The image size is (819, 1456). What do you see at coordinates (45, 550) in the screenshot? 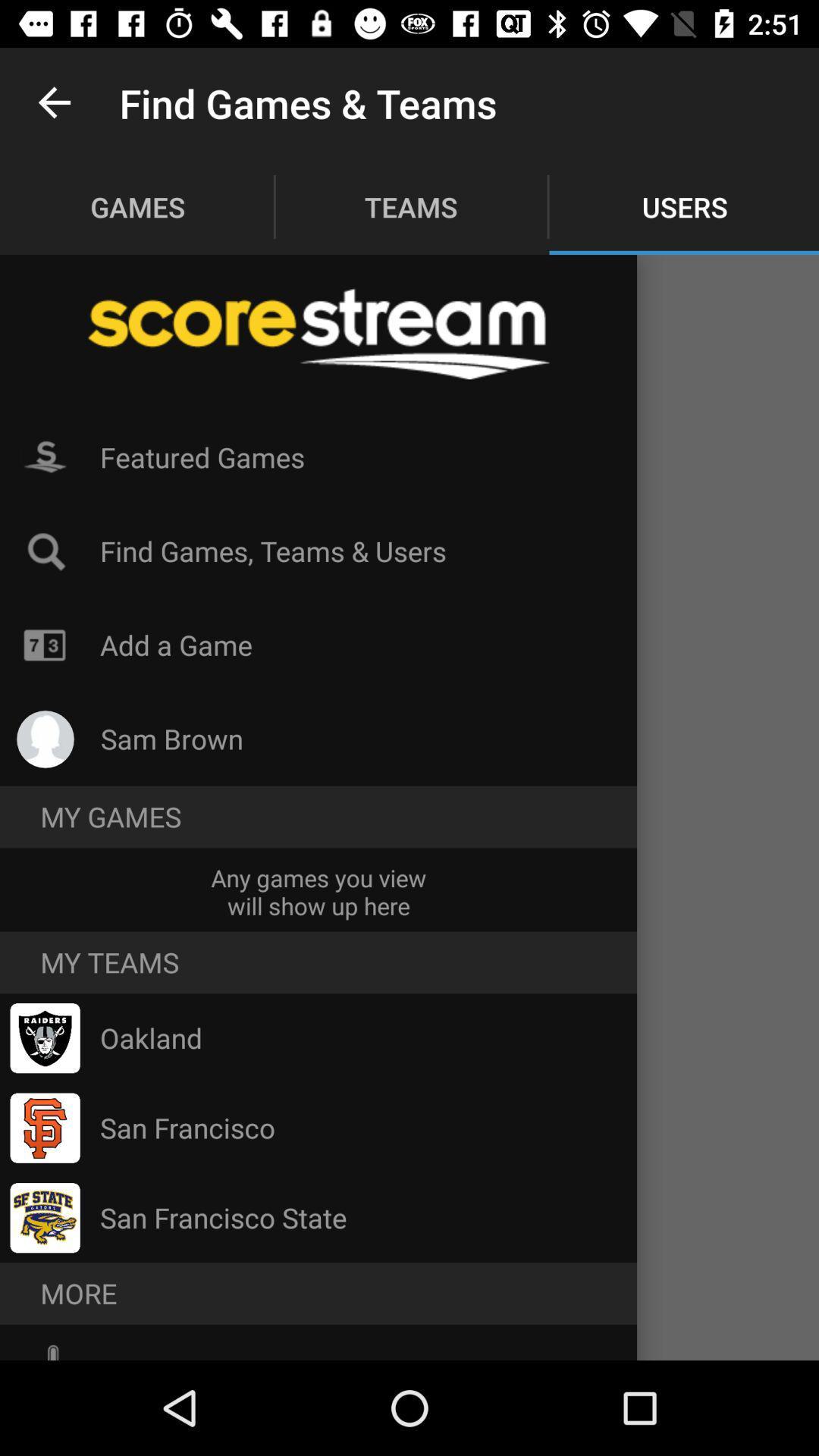
I see `option beside find` at bounding box center [45, 550].